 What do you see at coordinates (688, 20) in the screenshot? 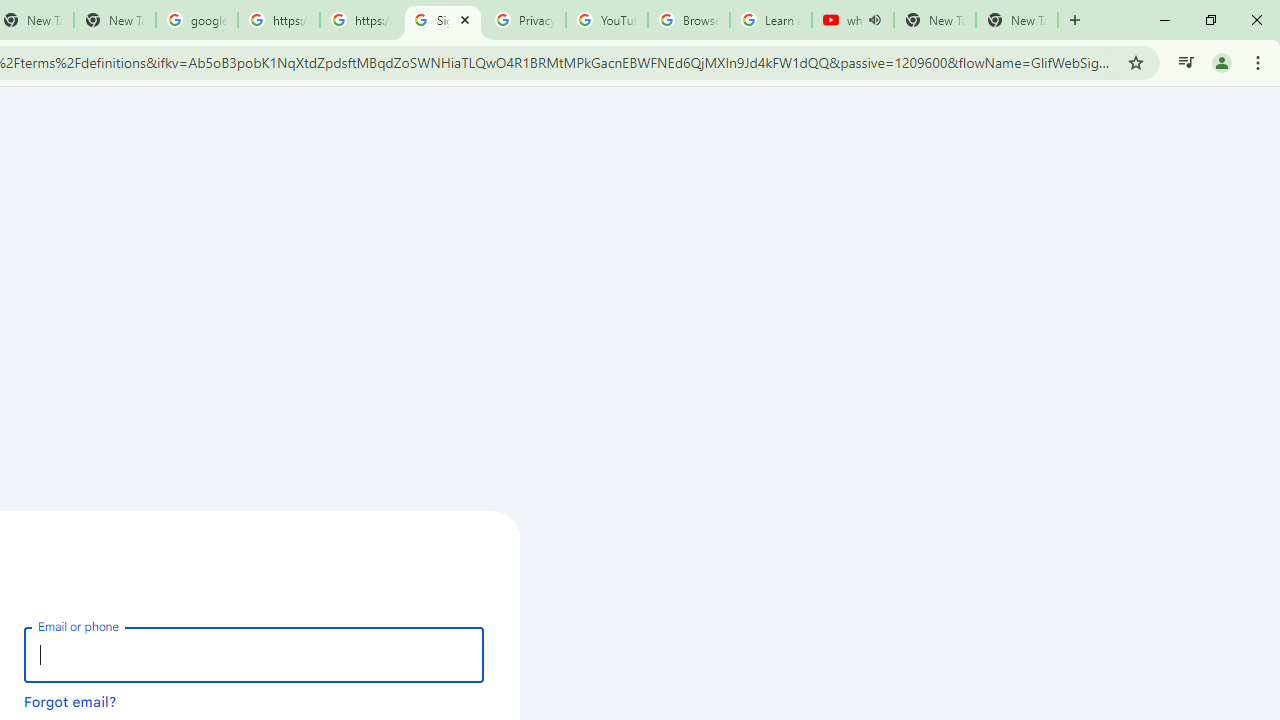
I see `'Browse Chrome as a guest - Computer - Google Chrome Help'` at bounding box center [688, 20].